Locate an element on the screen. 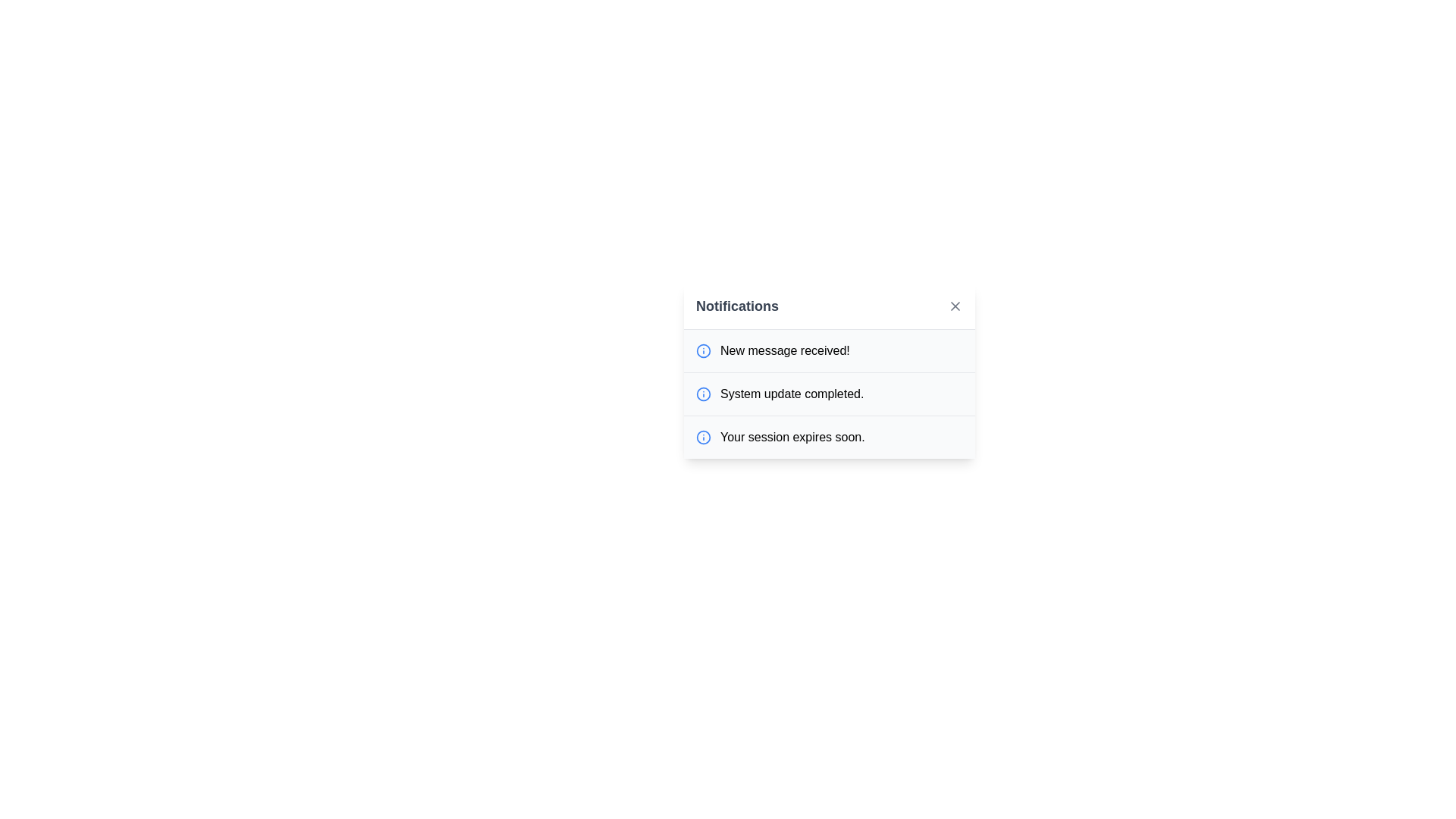 The image size is (1456, 819). the notification message that says 'Your session expires soon.' which is styled as a list item with a light gray background and a blue informational icon, located as the third item in the notification list is located at coordinates (829, 436).